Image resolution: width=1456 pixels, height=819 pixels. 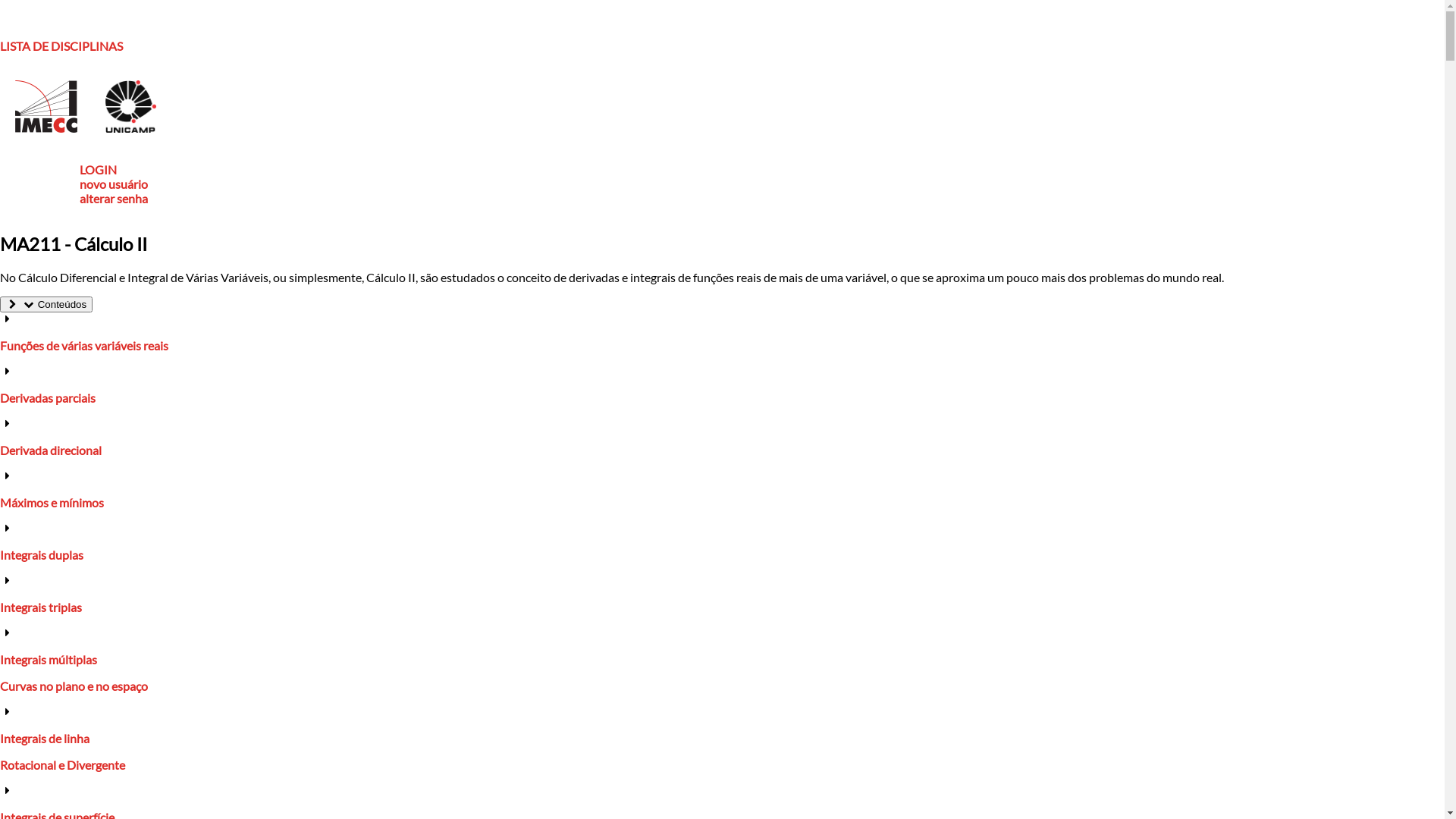 I want to click on 'Integrais de linha', so click(x=44, y=737).